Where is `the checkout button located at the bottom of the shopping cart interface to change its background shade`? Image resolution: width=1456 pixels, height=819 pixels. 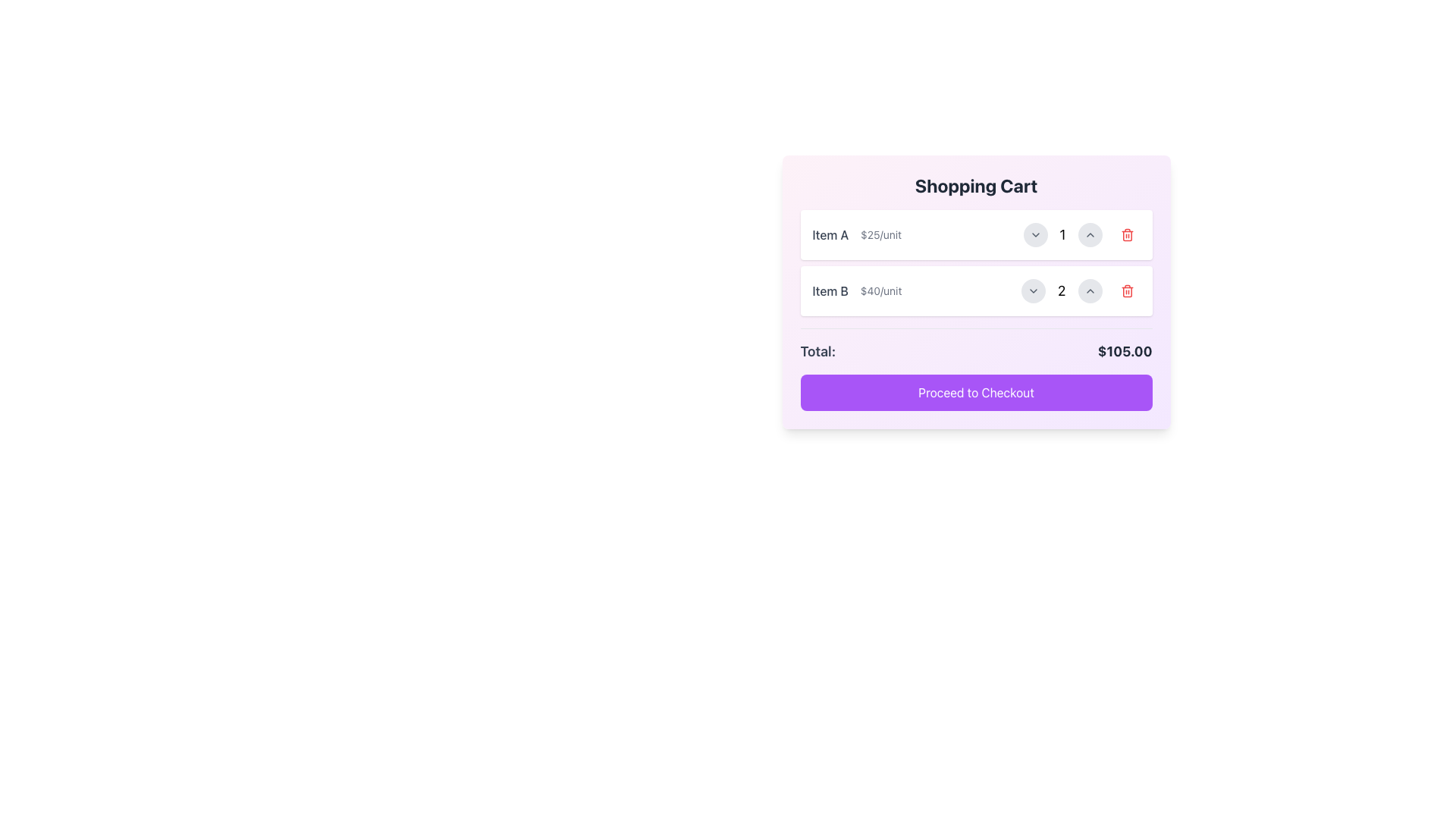 the checkout button located at the bottom of the shopping cart interface to change its background shade is located at coordinates (976, 391).